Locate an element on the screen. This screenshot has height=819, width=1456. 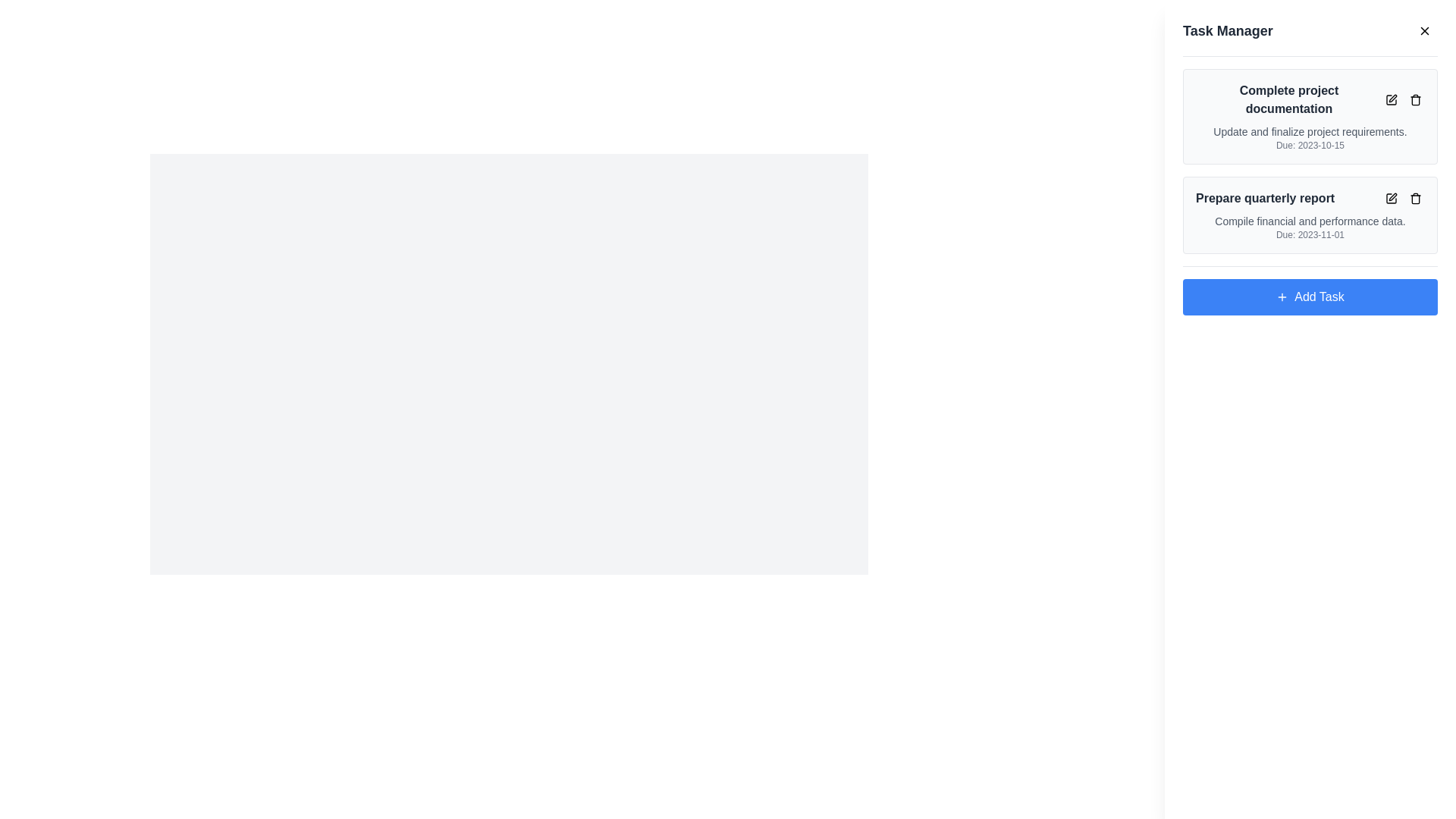
text displayed in the subtask details of the task card for 'Prepare quarterly report', which is located directly below the main title and above the due date is located at coordinates (1310, 221).